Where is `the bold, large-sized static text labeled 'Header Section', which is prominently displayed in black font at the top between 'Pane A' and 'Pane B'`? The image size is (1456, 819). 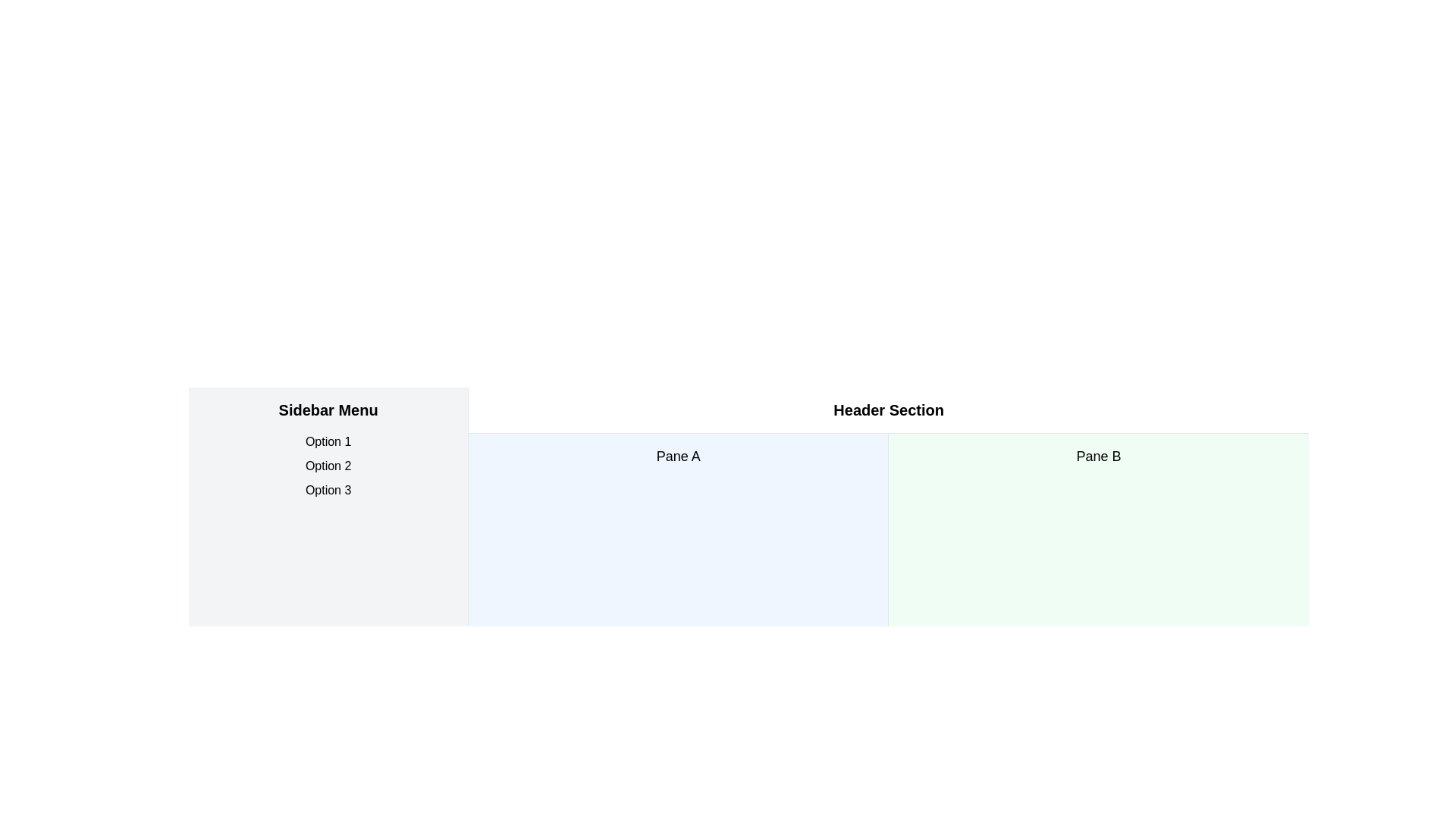 the bold, large-sized static text labeled 'Header Section', which is prominently displayed in black font at the top between 'Pane A' and 'Pane B' is located at coordinates (889, 409).